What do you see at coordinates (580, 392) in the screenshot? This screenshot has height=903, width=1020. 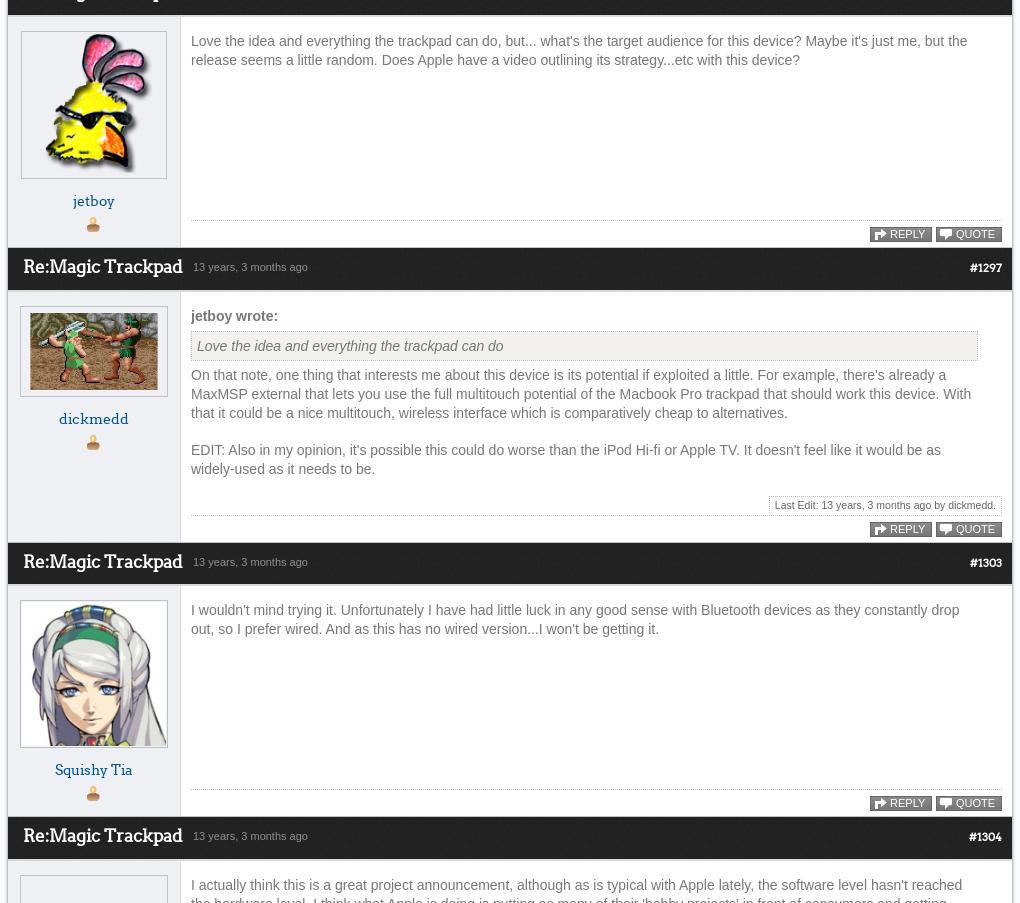 I see `'On that note, one thing that interests me about this device is its potential if exploited a little. For example, there's already a MaxMSP external that lets you use the full multitouch potential of the Macbook Pro trackpad that should work this device. With that it could be a nice multitouch, wireless interface which is comparatively cheap to alternatives.'` at bounding box center [580, 392].